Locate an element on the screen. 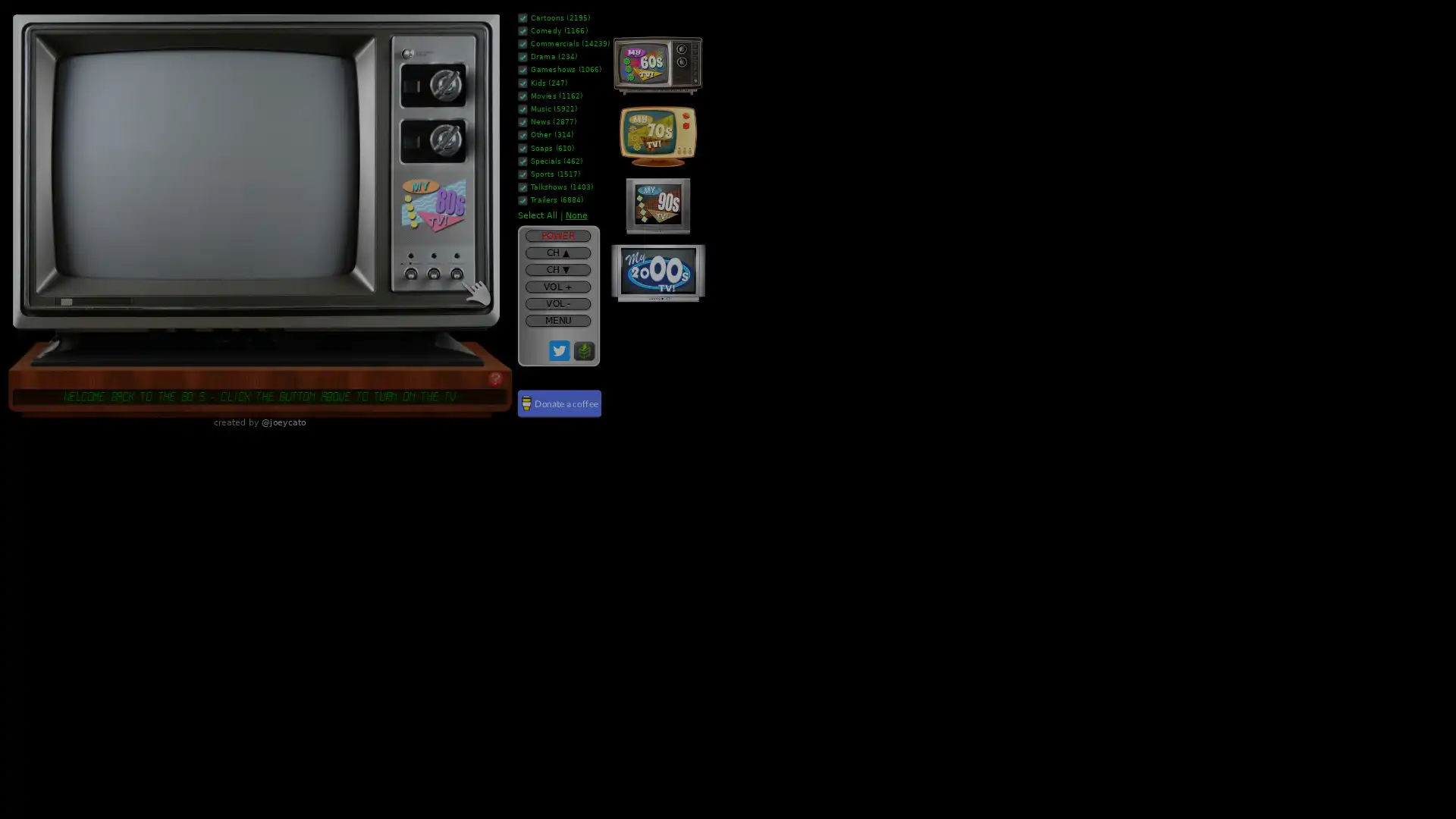  MENU is located at coordinates (557, 319).